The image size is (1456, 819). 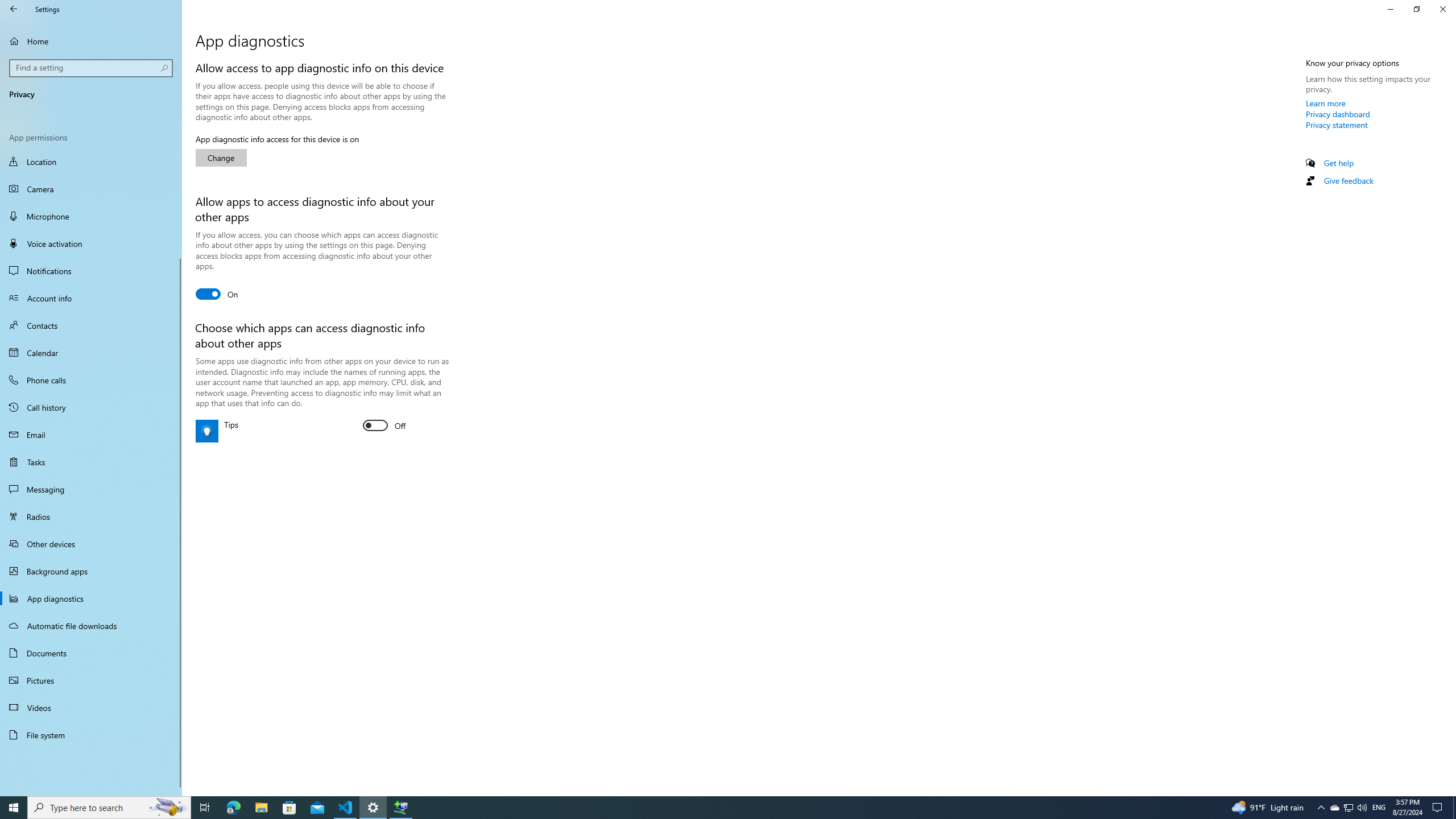 I want to click on 'Automatic file downloads', so click(x=90, y=625).